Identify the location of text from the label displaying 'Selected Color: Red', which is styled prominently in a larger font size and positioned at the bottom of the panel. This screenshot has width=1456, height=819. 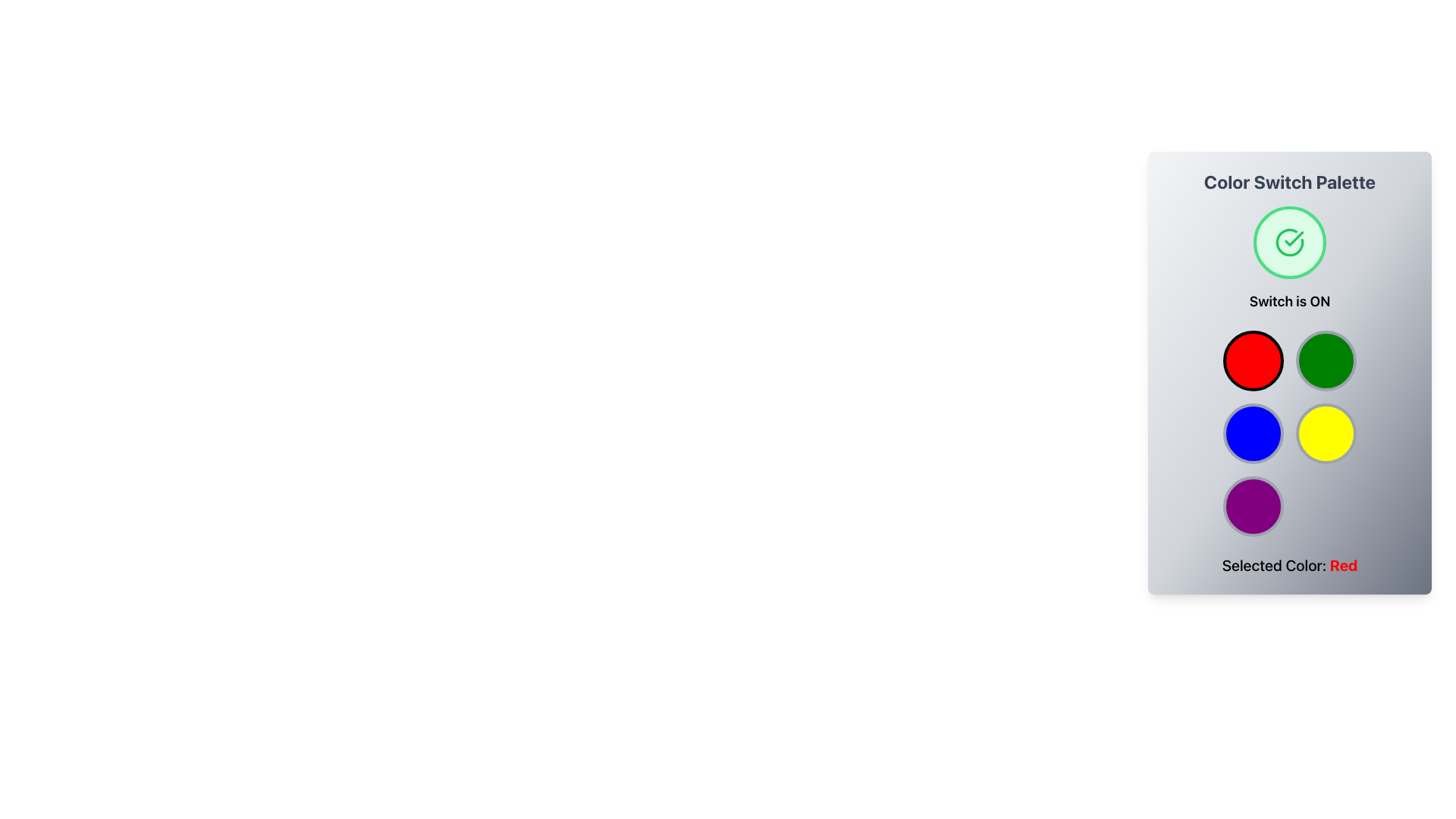
(1288, 565).